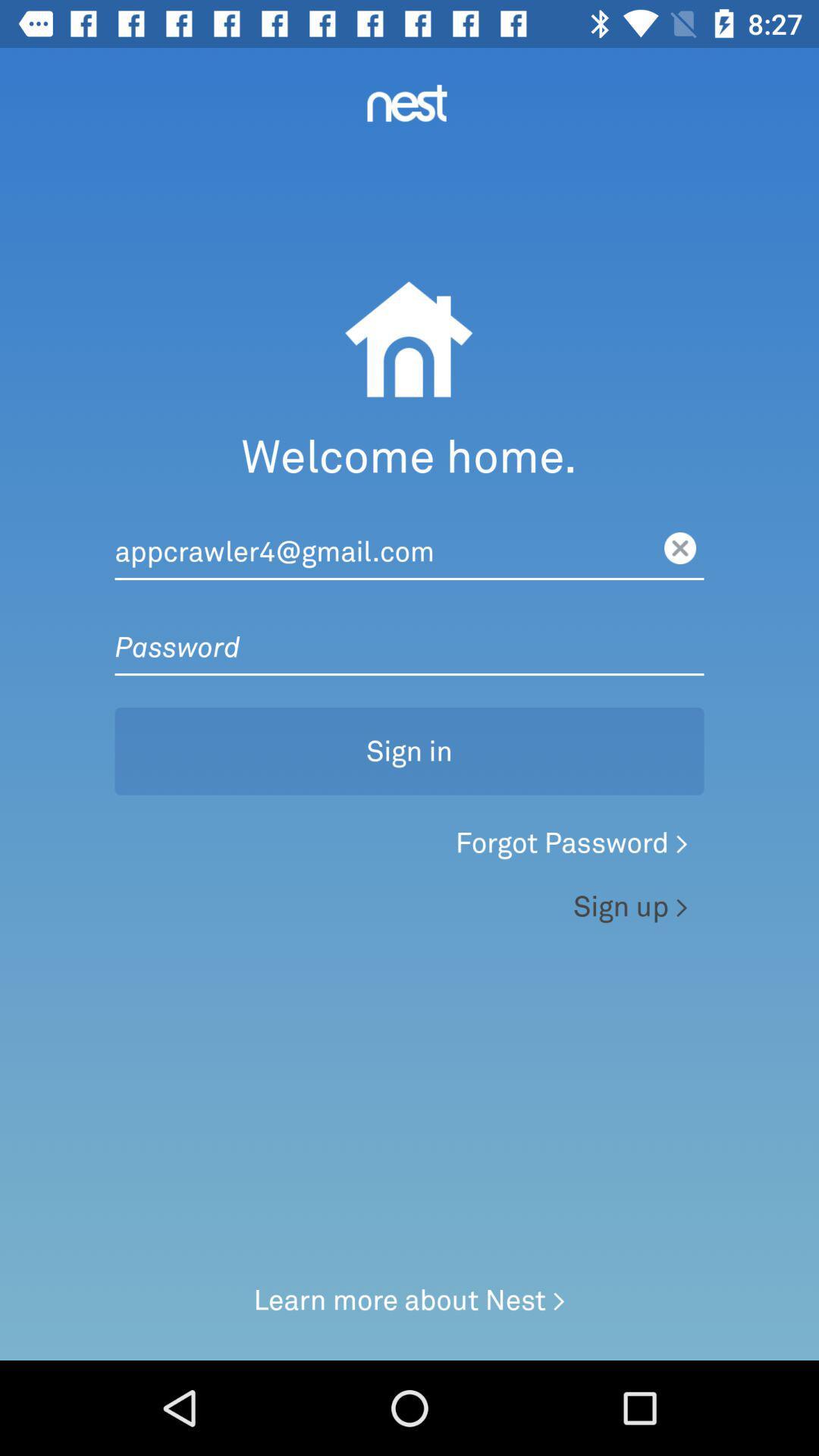 The width and height of the screenshot is (819, 1456). What do you see at coordinates (409, 726) in the screenshot?
I see `the sign in button on the web page` at bounding box center [409, 726].